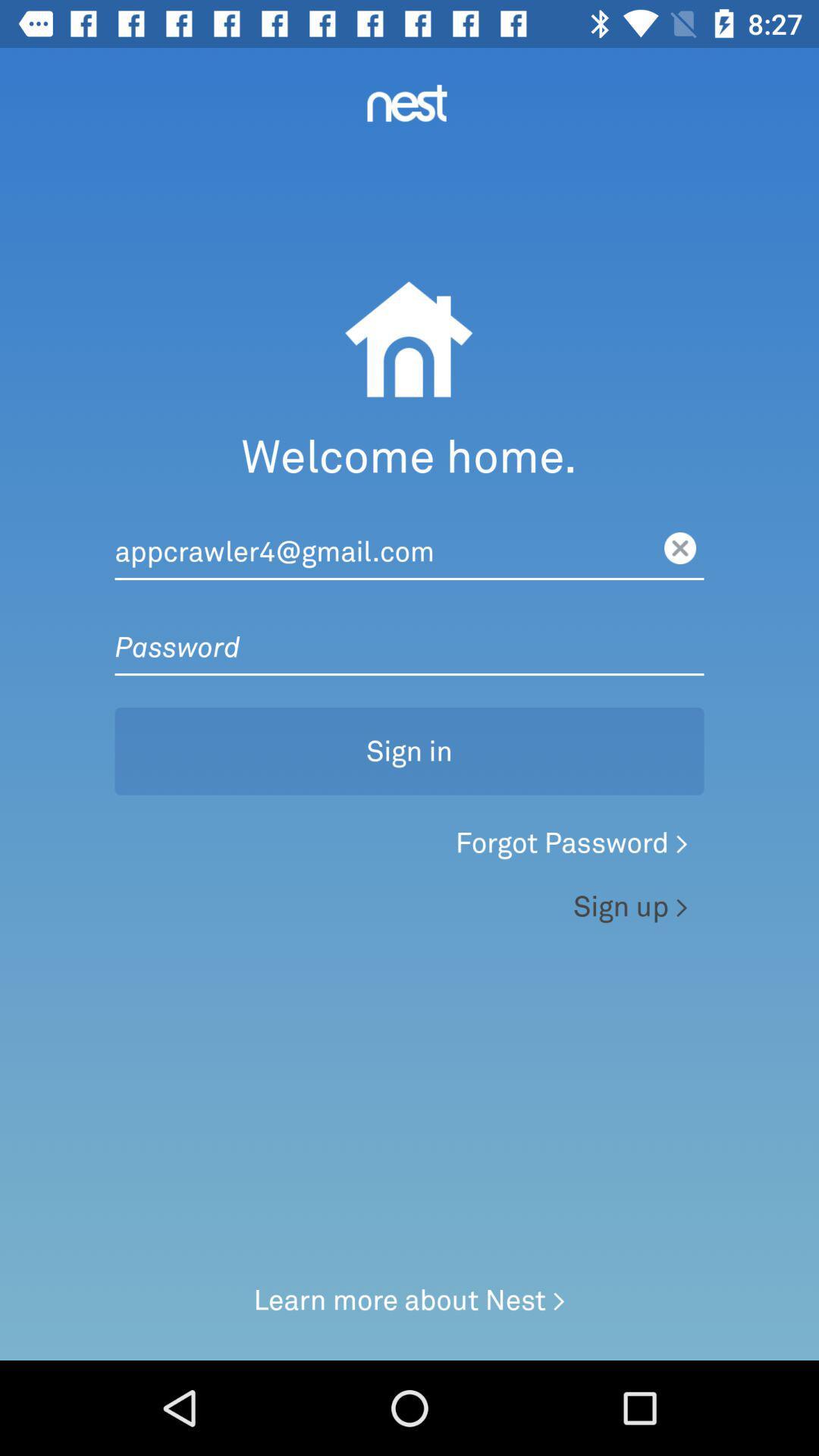 The width and height of the screenshot is (819, 1456). What do you see at coordinates (409, 726) in the screenshot?
I see `the sign in button on the web page` at bounding box center [409, 726].